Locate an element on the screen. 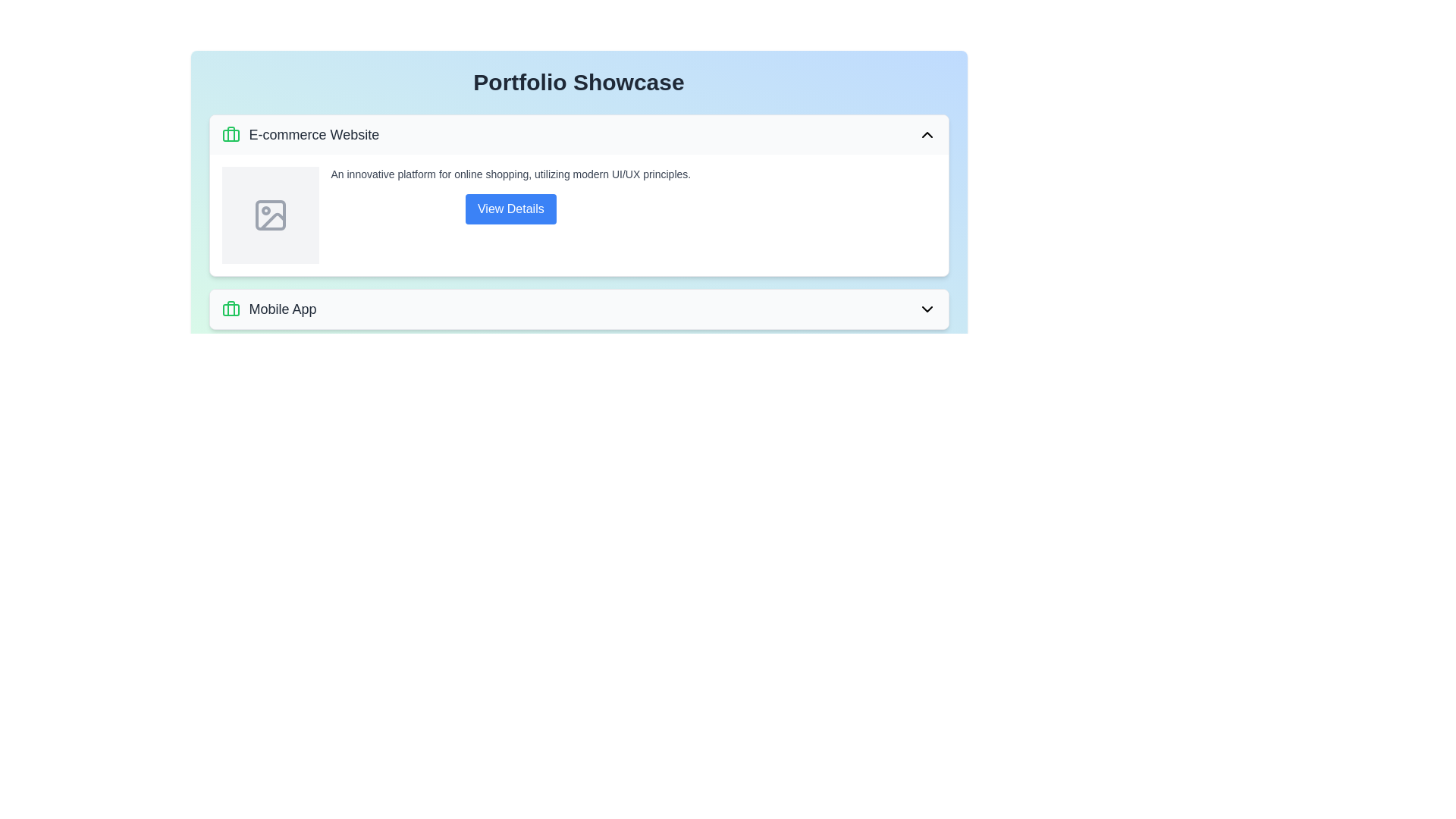  the small upward-pointing black arrow icon located at the far right of the header of the 'E-commerce Website' section is located at coordinates (926, 133).